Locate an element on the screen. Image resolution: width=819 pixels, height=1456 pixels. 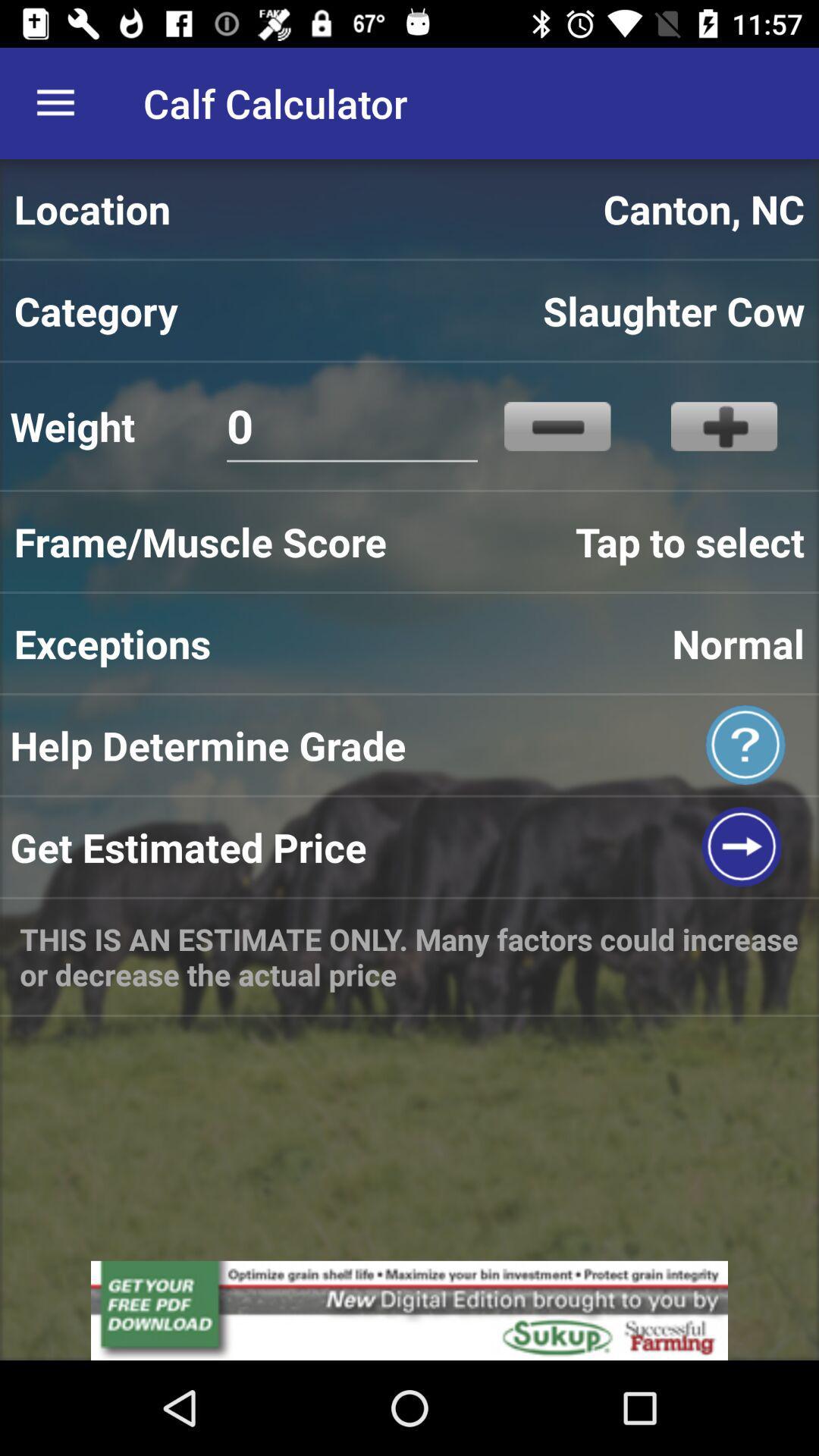
advertisement is located at coordinates (409, 1310).